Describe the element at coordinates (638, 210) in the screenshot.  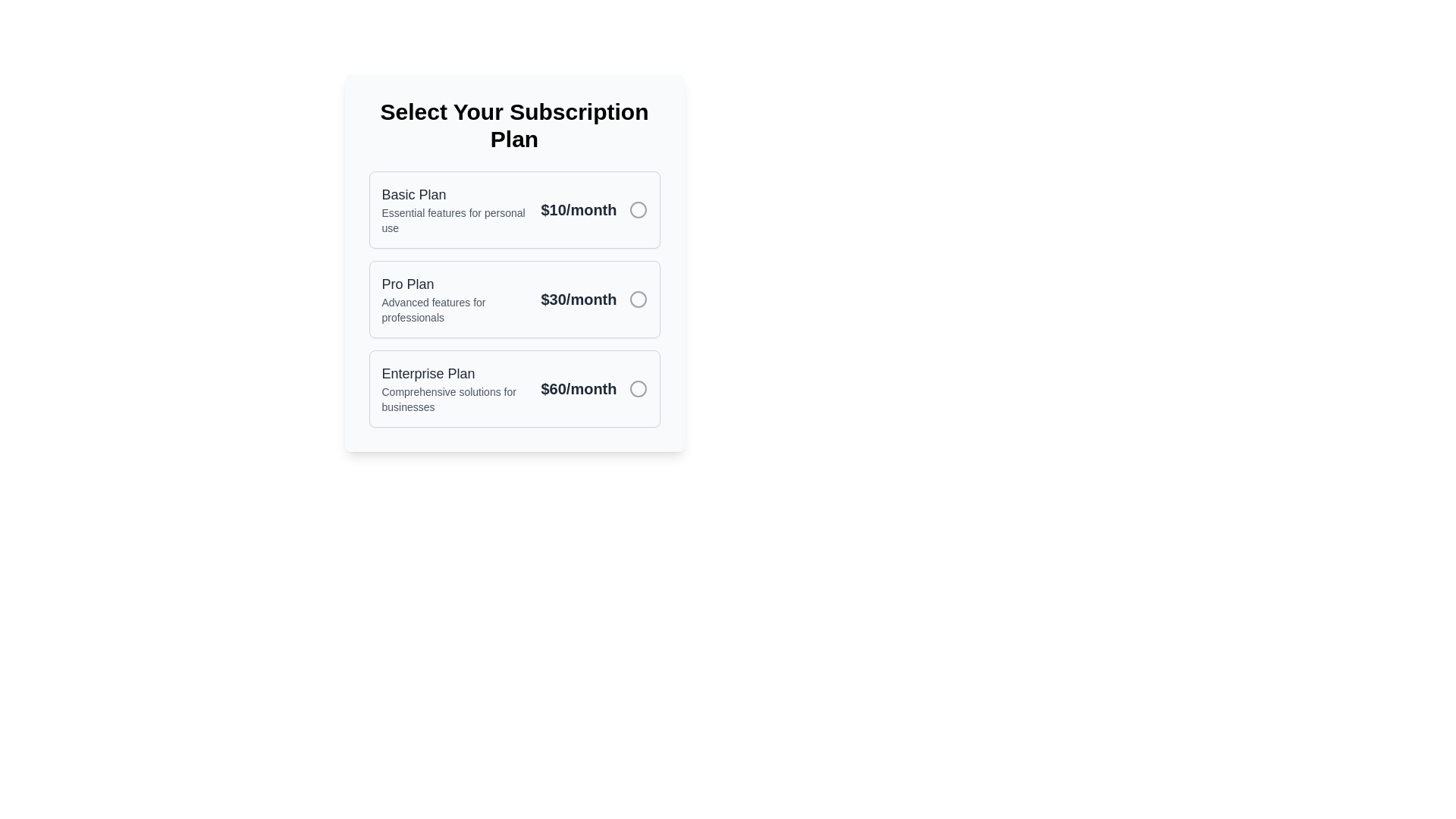
I see `the radio button indicator for the 'Basic Plan' option to provide visual feedback` at that location.